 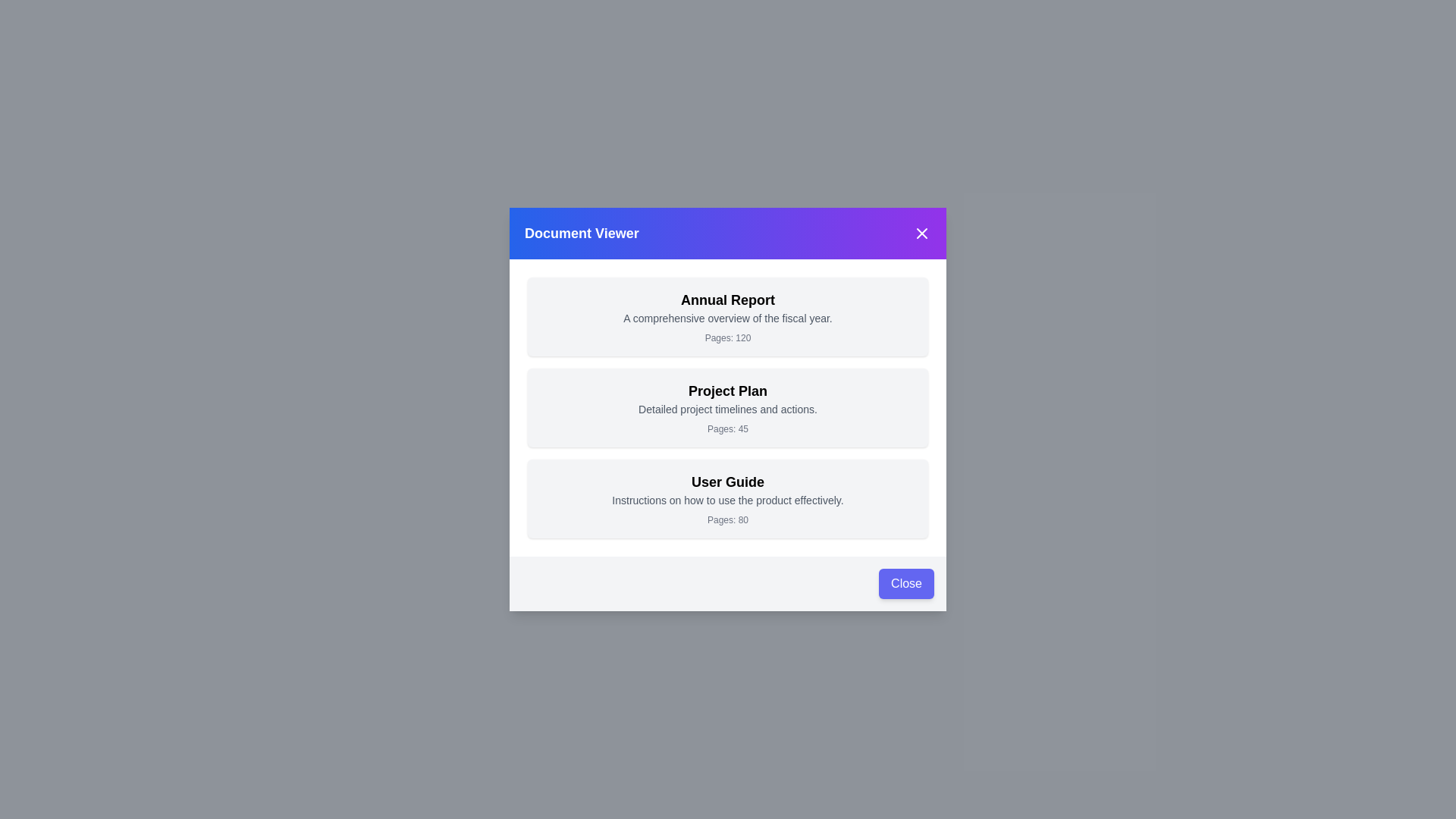 I want to click on the document item titled 'Annual Report' to observe the hover effect, so click(x=728, y=315).